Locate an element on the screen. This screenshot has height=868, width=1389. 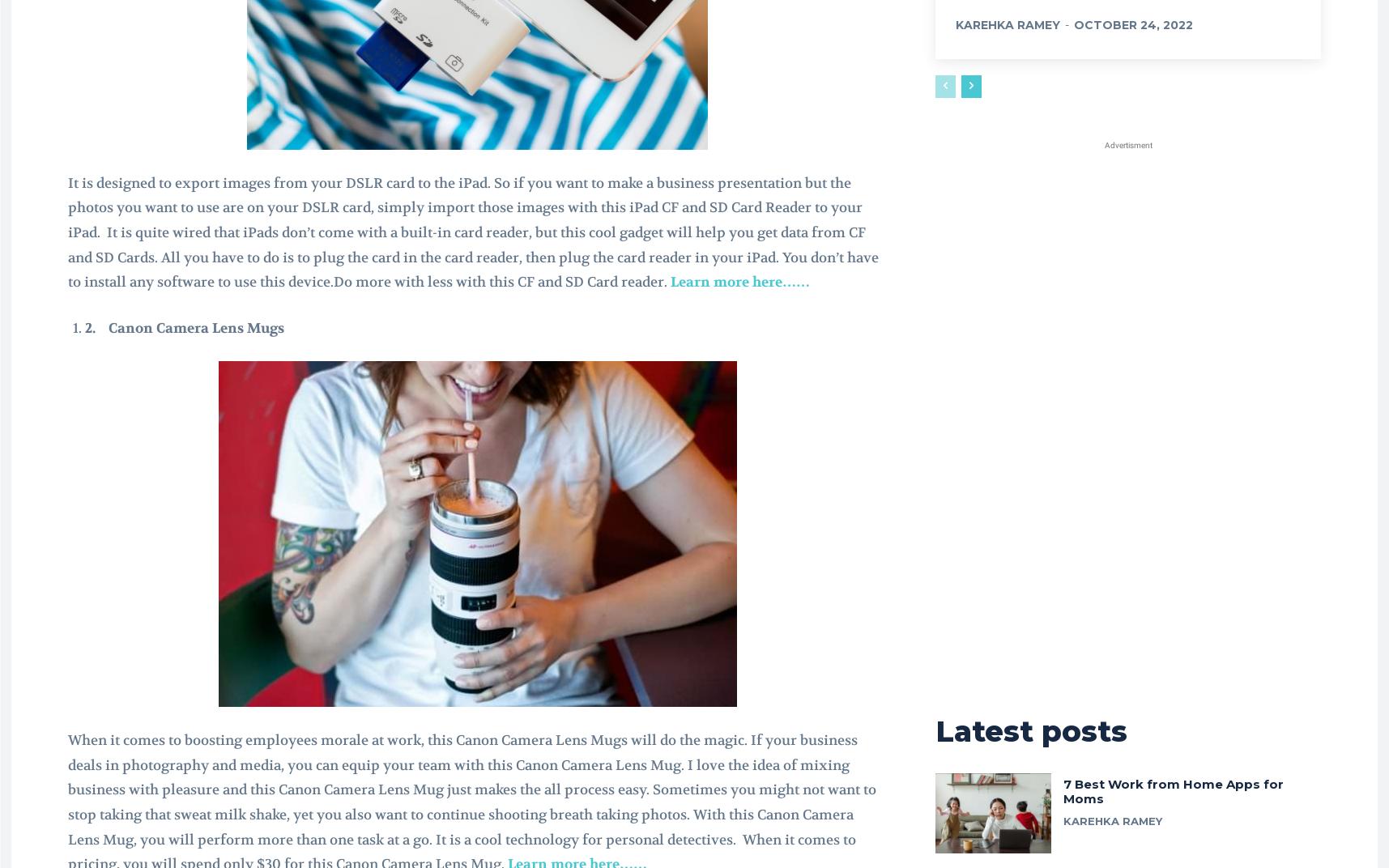
'7 Best Work from Home Apps for Moms' is located at coordinates (1063, 789).